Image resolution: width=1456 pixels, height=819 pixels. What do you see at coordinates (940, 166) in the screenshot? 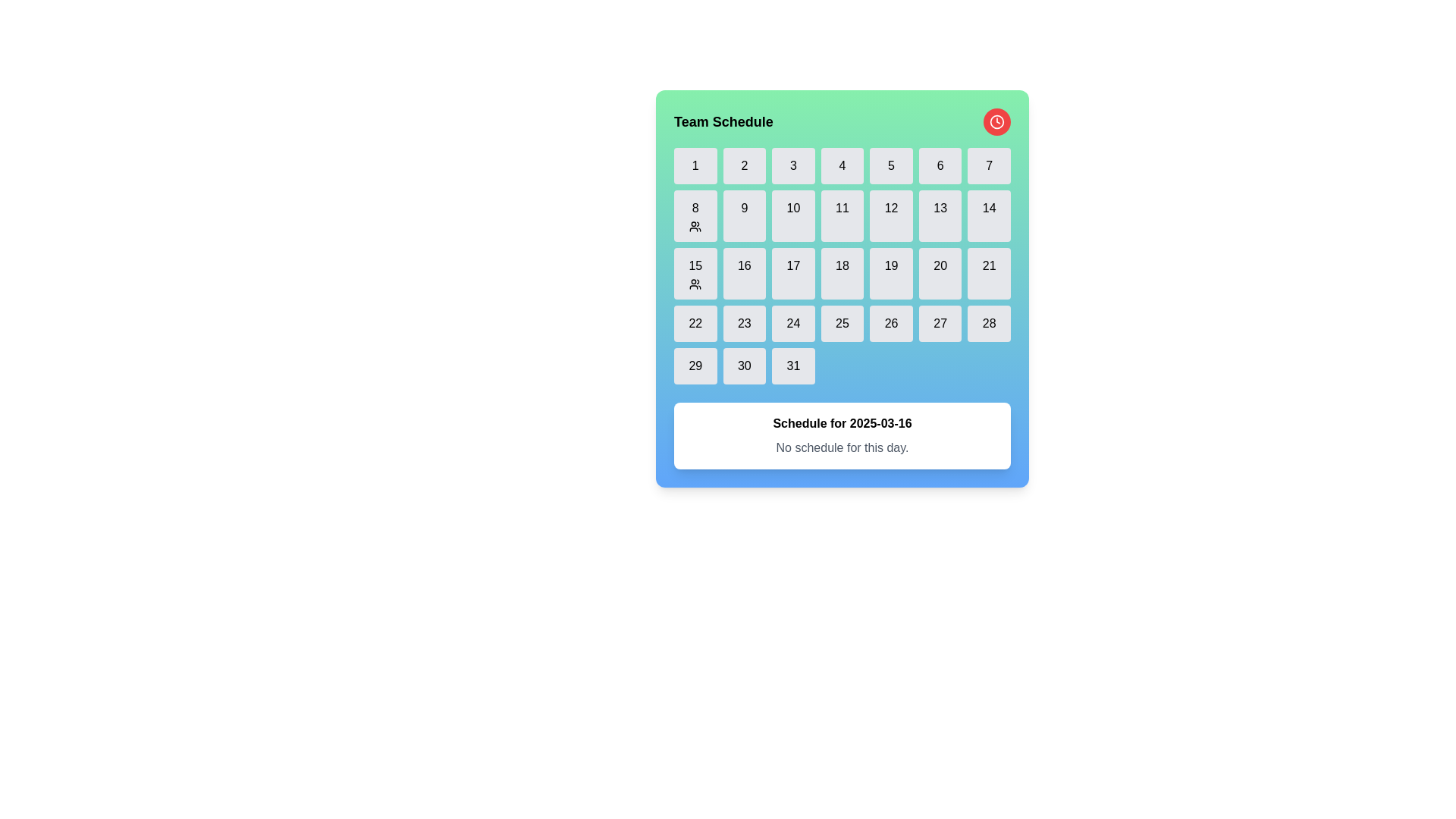
I see `the button representing the sixth day in the 'Team Schedule' calendar view` at bounding box center [940, 166].